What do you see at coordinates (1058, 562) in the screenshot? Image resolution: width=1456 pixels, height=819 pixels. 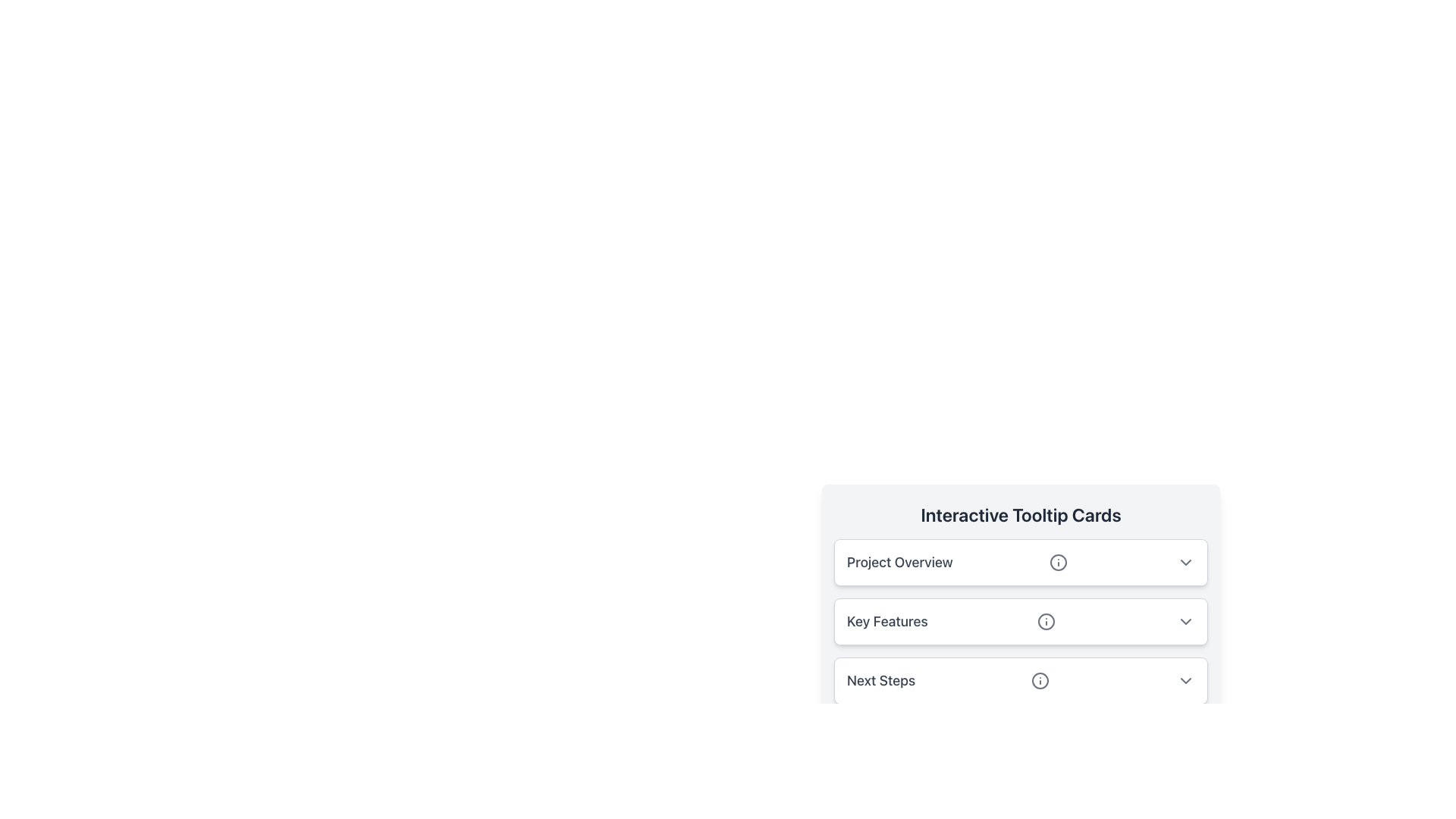 I see `the SVG element that serves as an informational indicator or tooltip trigger located to the right of the 'Project Overview' text in the interactive tooltip cards interface` at bounding box center [1058, 562].